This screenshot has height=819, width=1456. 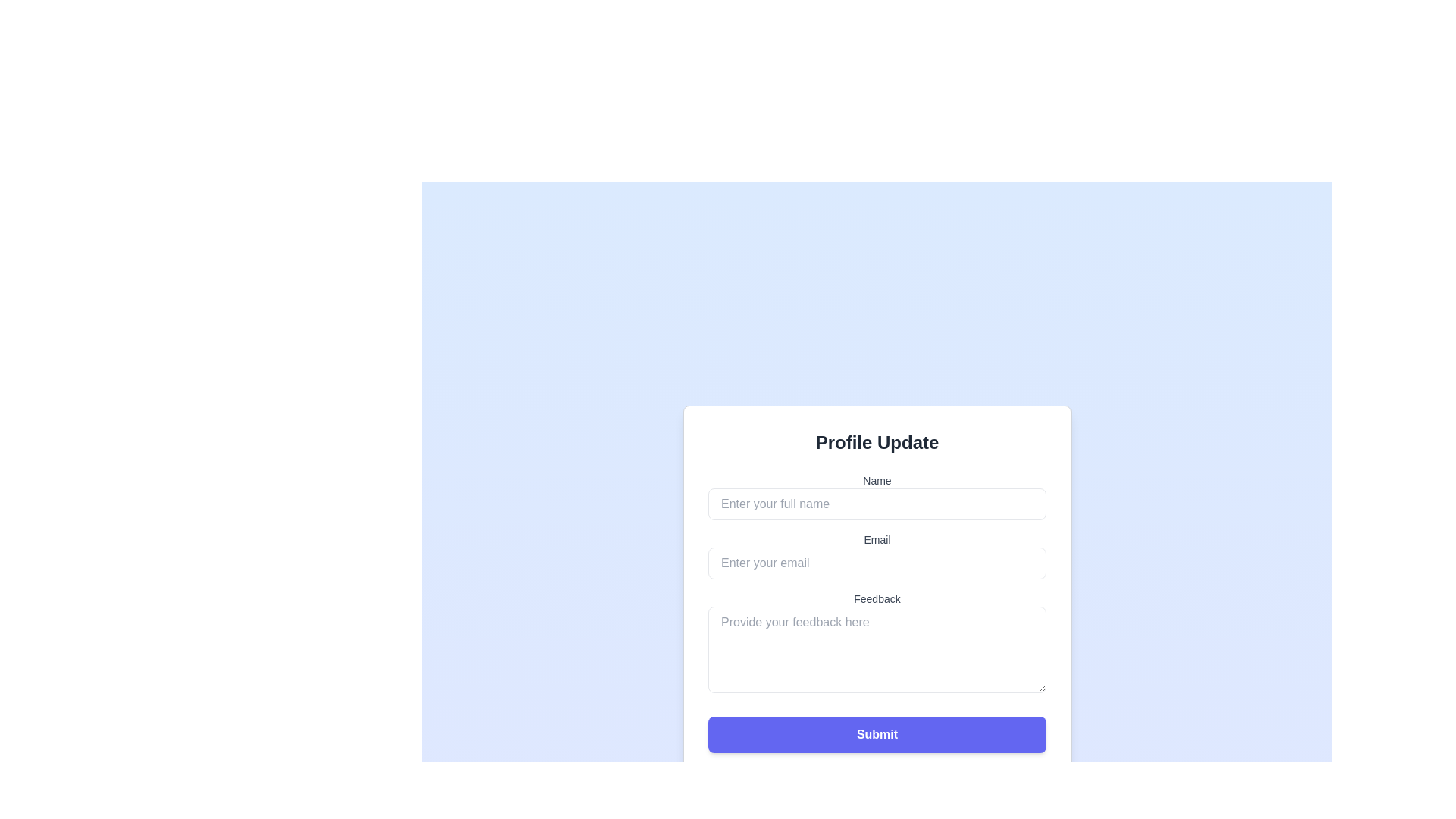 What do you see at coordinates (877, 538) in the screenshot?
I see `the 'Email' text label, which is a small gray text label in a sans-serif font, positioned centrally within the form layout, above the email input field` at bounding box center [877, 538].